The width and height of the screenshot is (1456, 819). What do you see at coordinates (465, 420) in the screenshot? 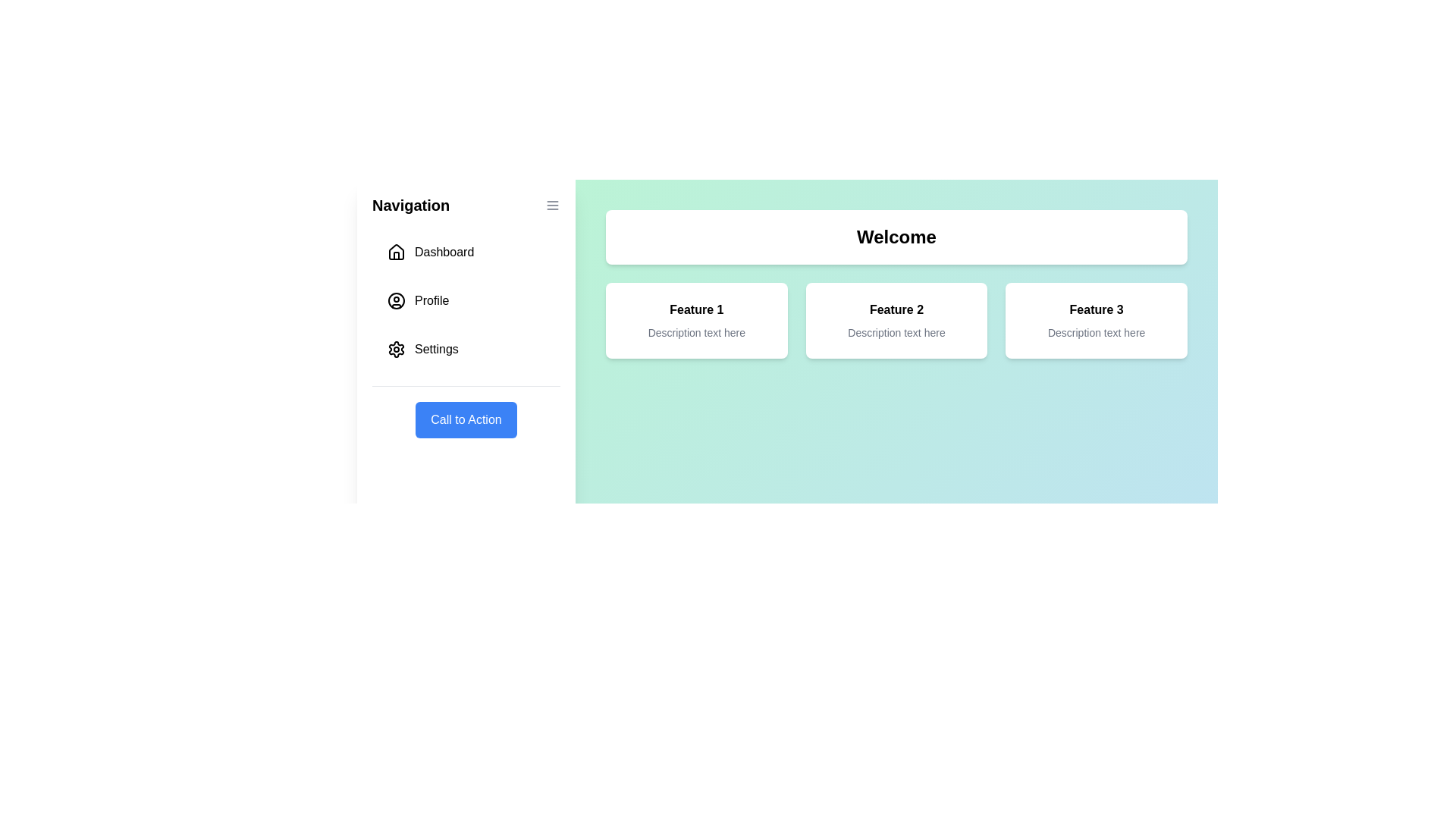
I see `the 'Call to Action' button` at bounding box center [465, 420].